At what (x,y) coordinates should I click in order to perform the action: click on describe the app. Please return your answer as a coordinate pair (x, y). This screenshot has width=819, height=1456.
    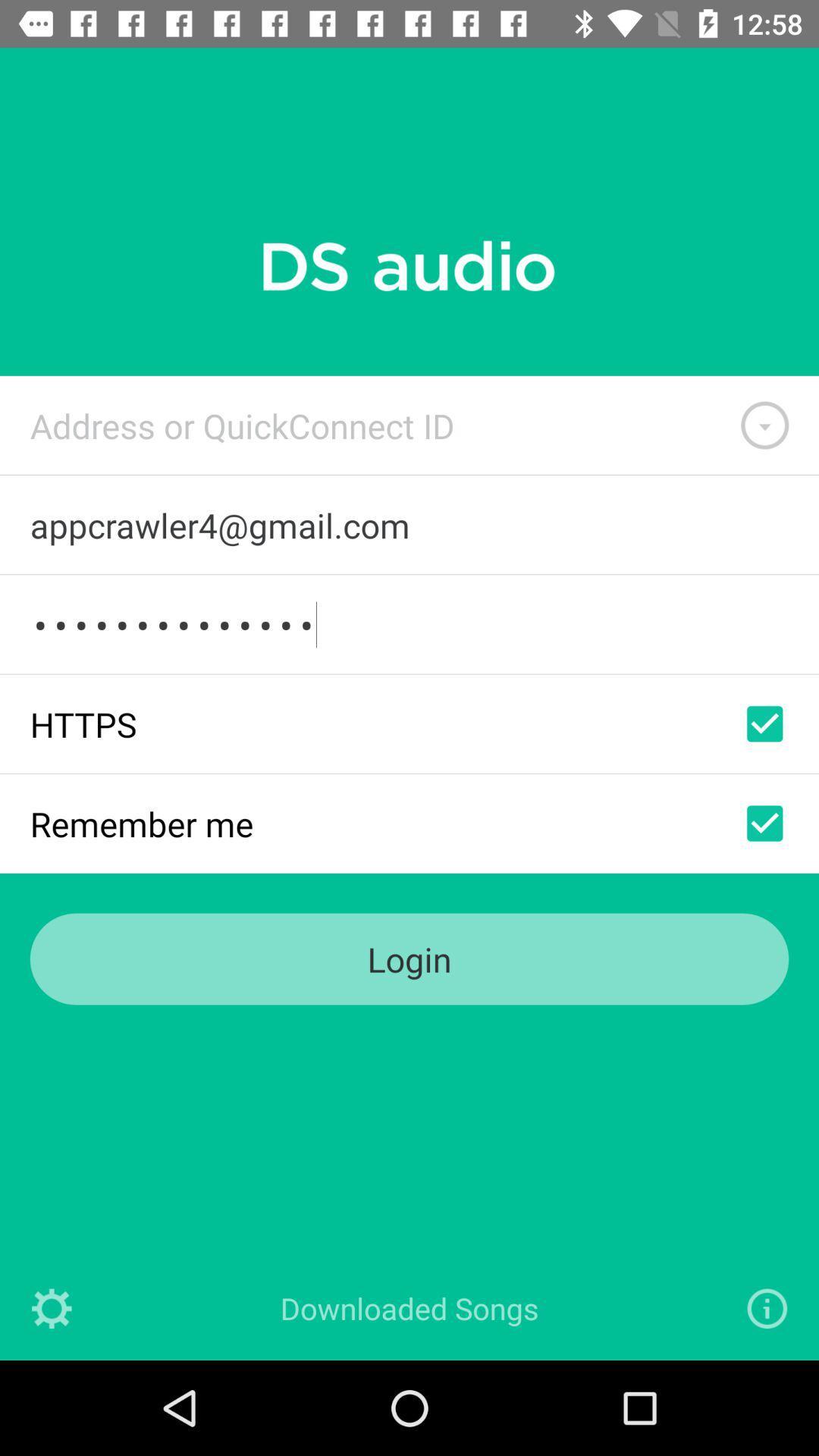
    Looking at the image, I should click on (767, 1307).